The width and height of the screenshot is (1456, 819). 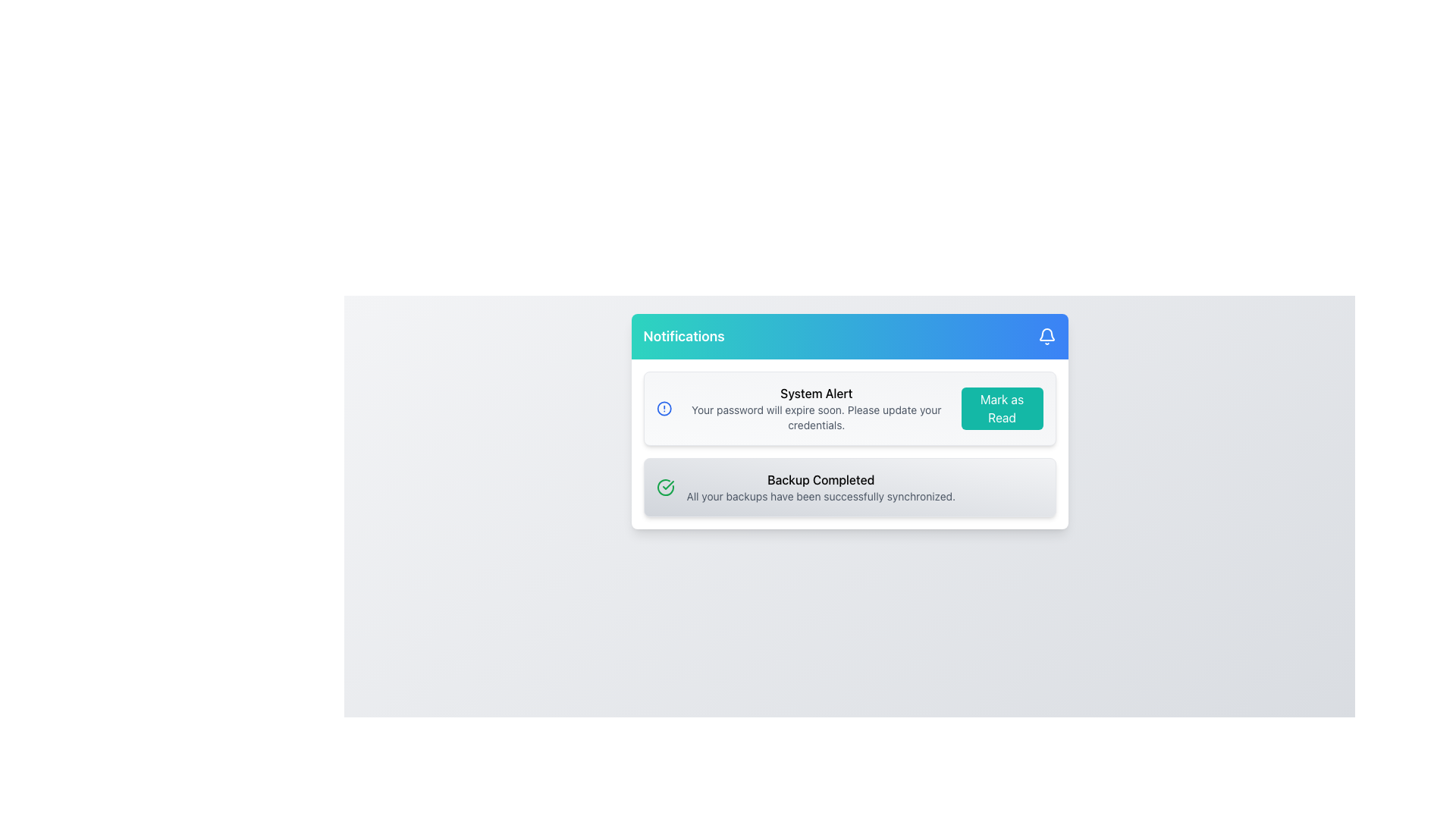 What do you see at coordinates (815, 393) in the screenshot?
I see `the title text label in the top notification card of the 'Notifications' interface that informs the user about the message nature` at bounding box center [815, 393].